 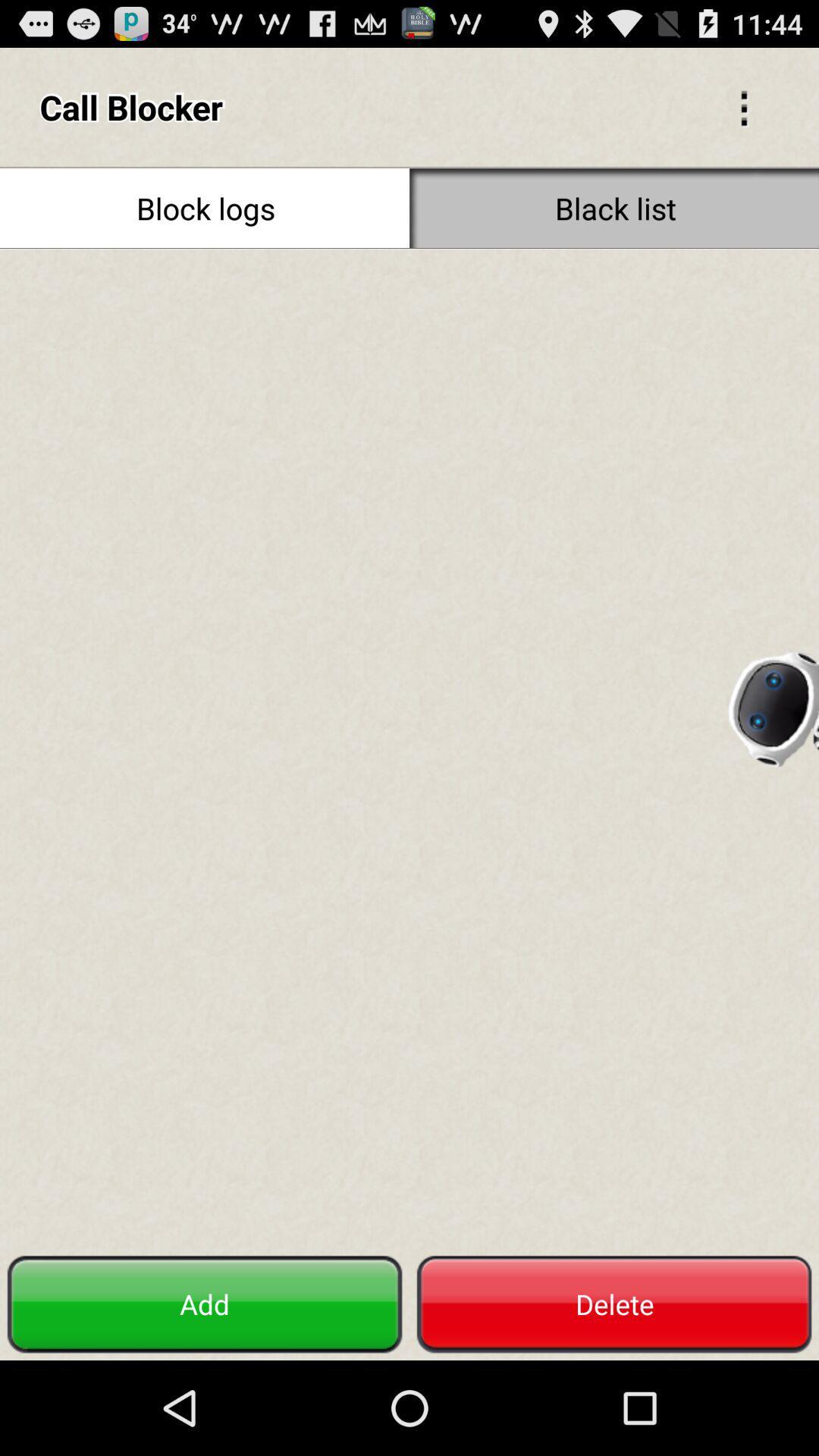 I want to click on block logs, so click(x=205, y=207).